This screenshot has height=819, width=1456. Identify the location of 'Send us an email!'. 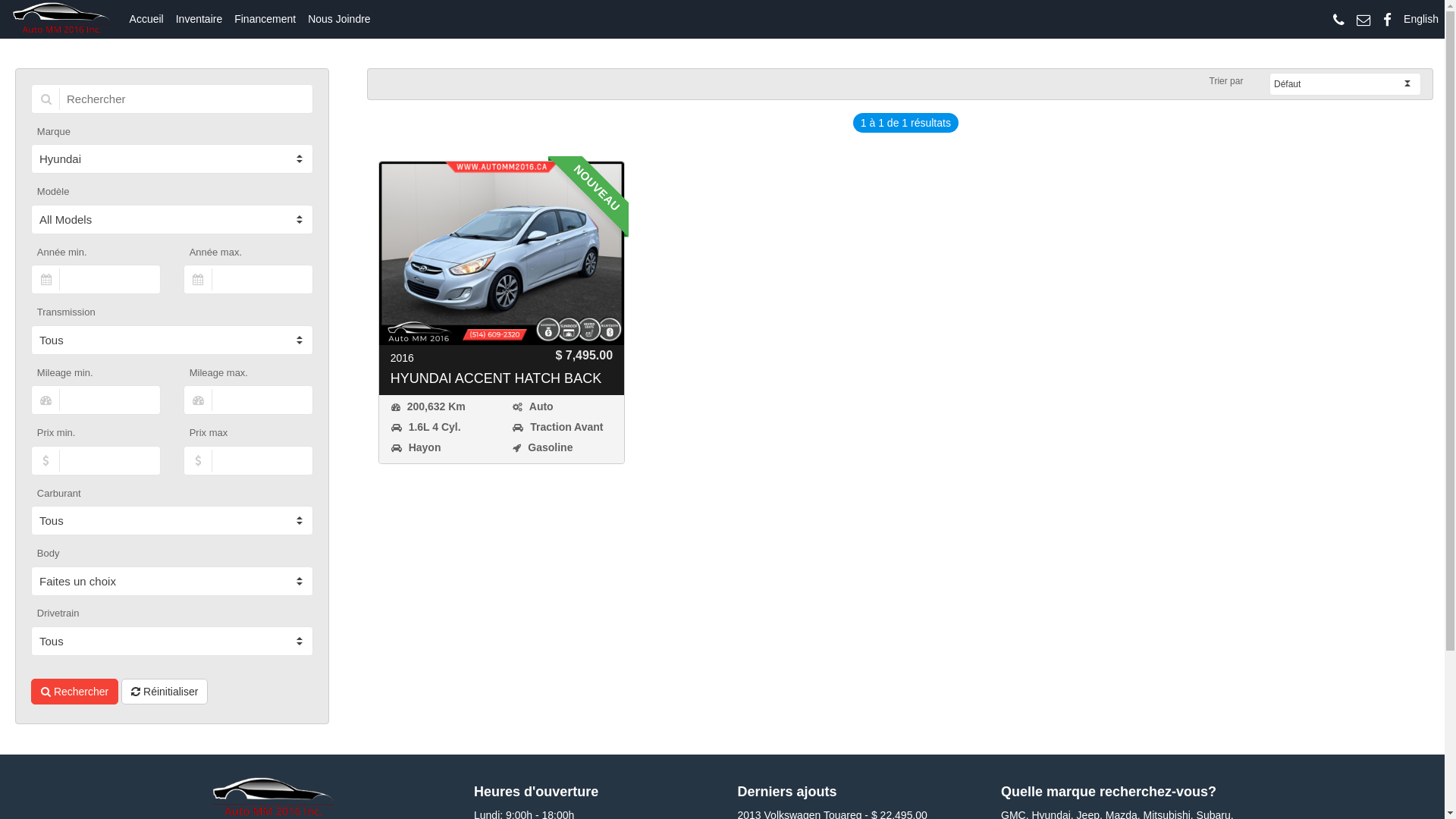
(1350, 20).